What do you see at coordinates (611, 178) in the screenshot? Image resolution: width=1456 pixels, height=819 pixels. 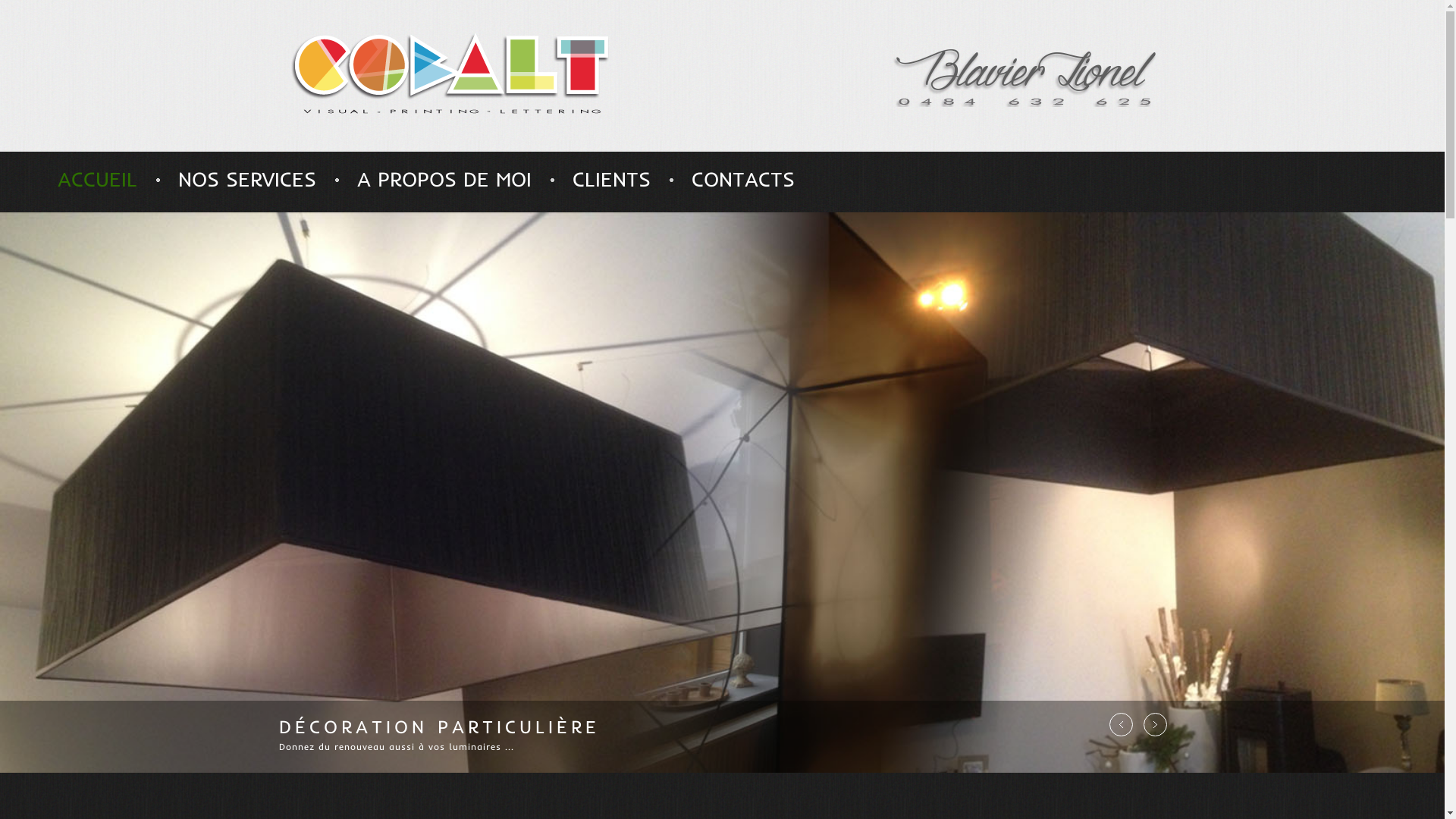 I see `'CLIENTS'` at bounding box center [611, 178].